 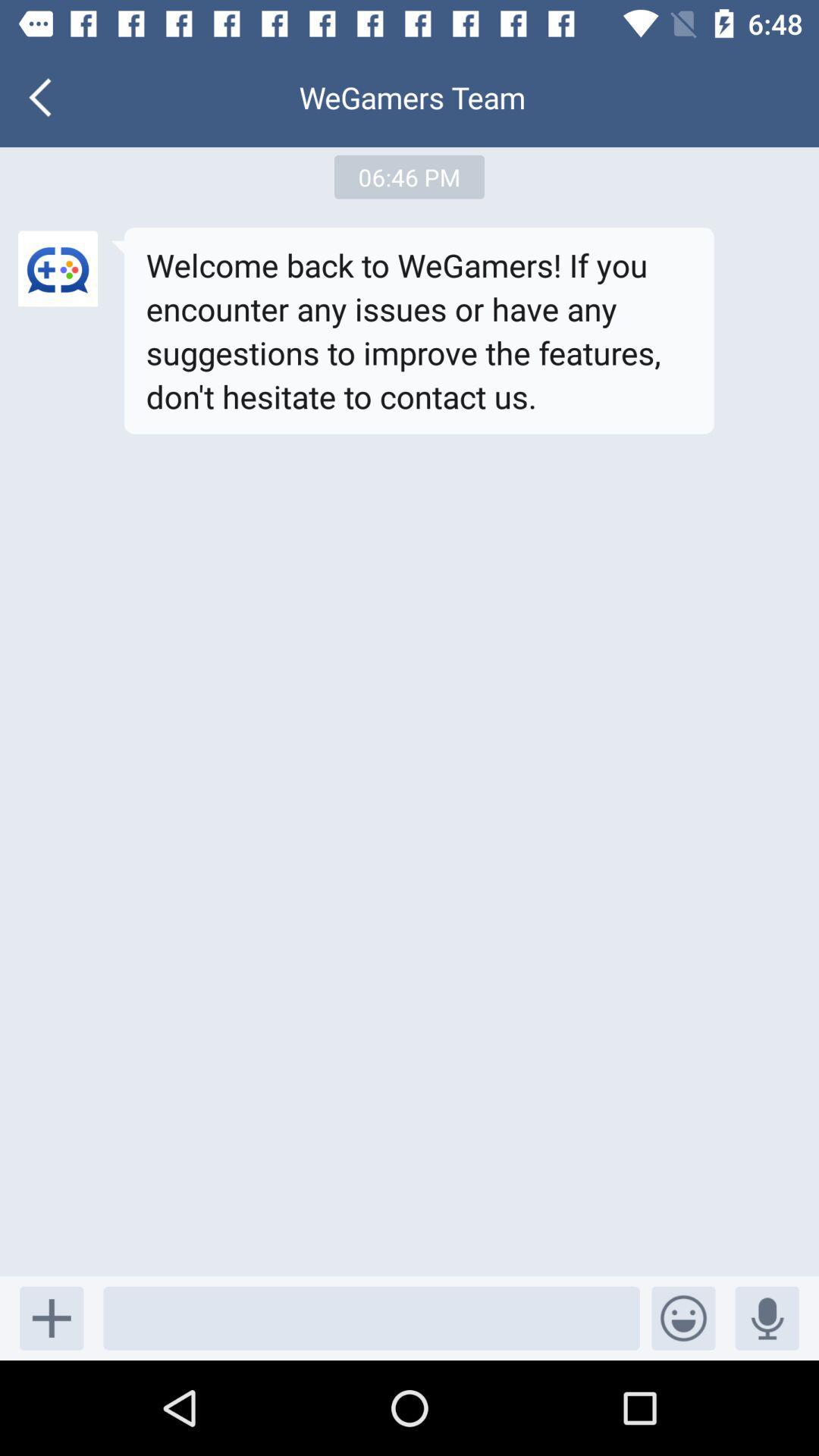 What do you see at coordinates (767, 1317) in the screenshot?
I see `the microphone icon` at bounding box center [767, 1317].